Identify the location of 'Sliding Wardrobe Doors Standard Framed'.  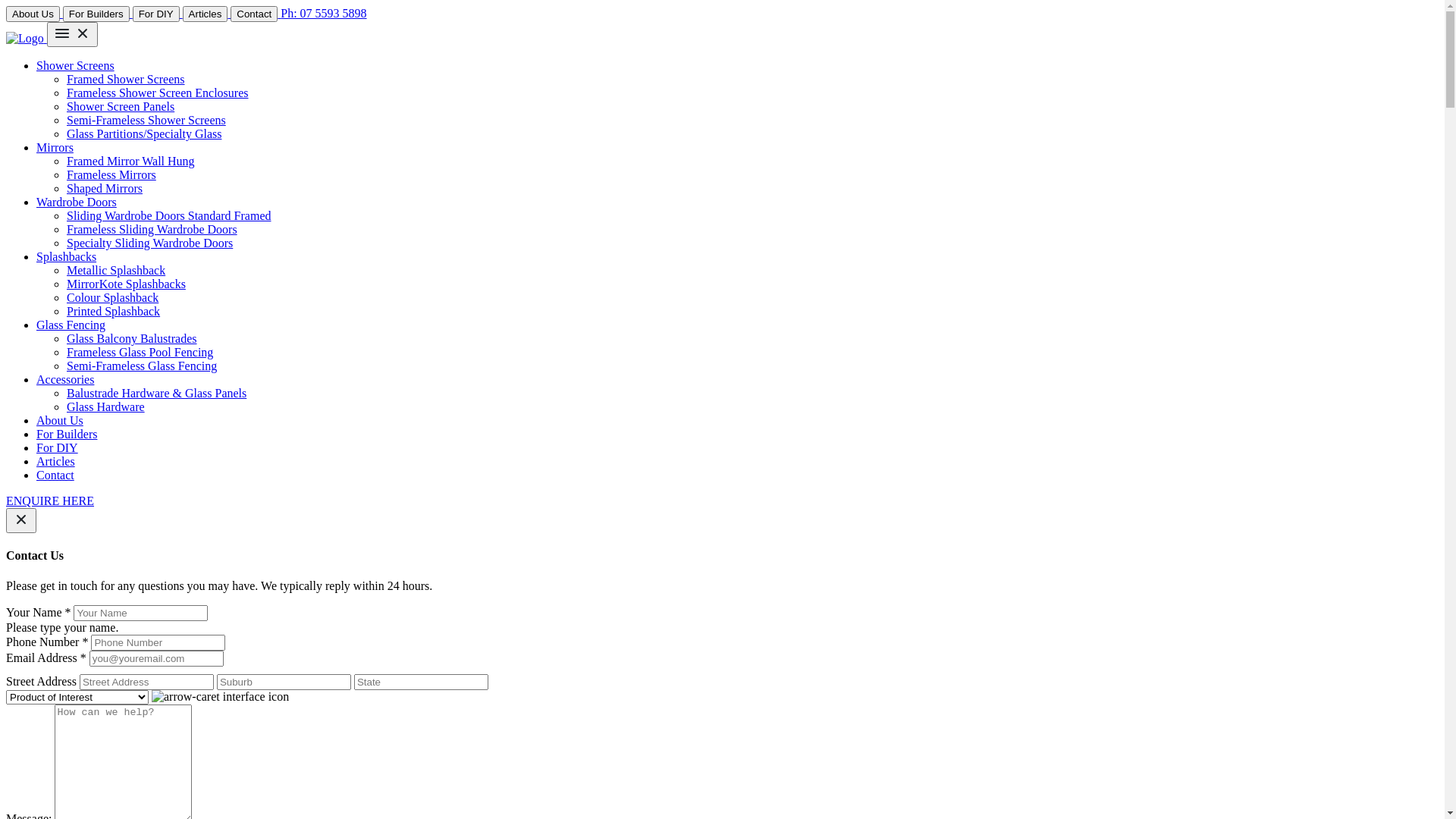
(168, 215).